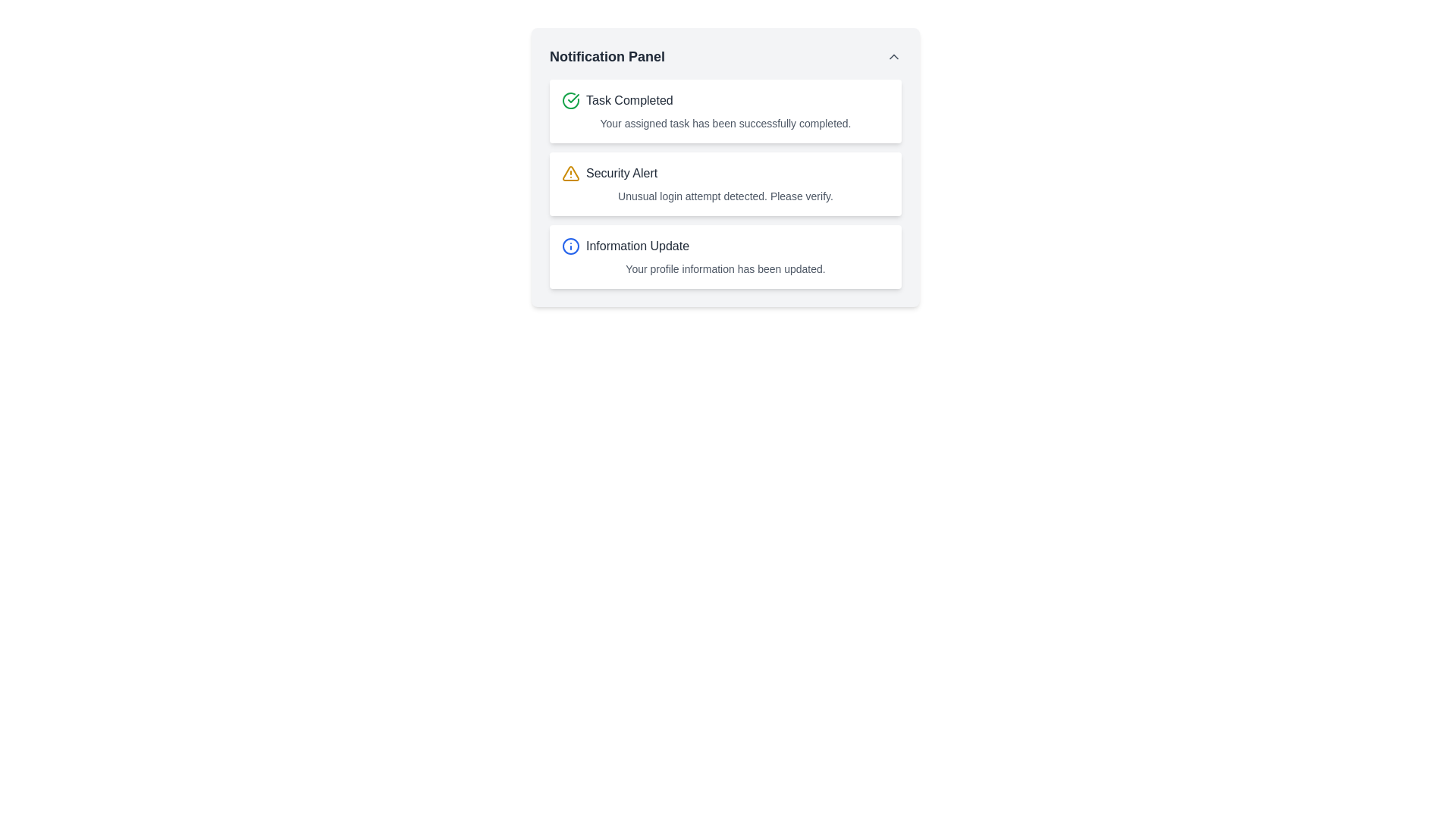  What do you see at coordinates (570, 172) in the screenshot?
I see `the visual alert symbol in the 'Security Alert' row of the notification panel to draw attention to a warning or important notification regarding security` at bounding box center [570, 172].